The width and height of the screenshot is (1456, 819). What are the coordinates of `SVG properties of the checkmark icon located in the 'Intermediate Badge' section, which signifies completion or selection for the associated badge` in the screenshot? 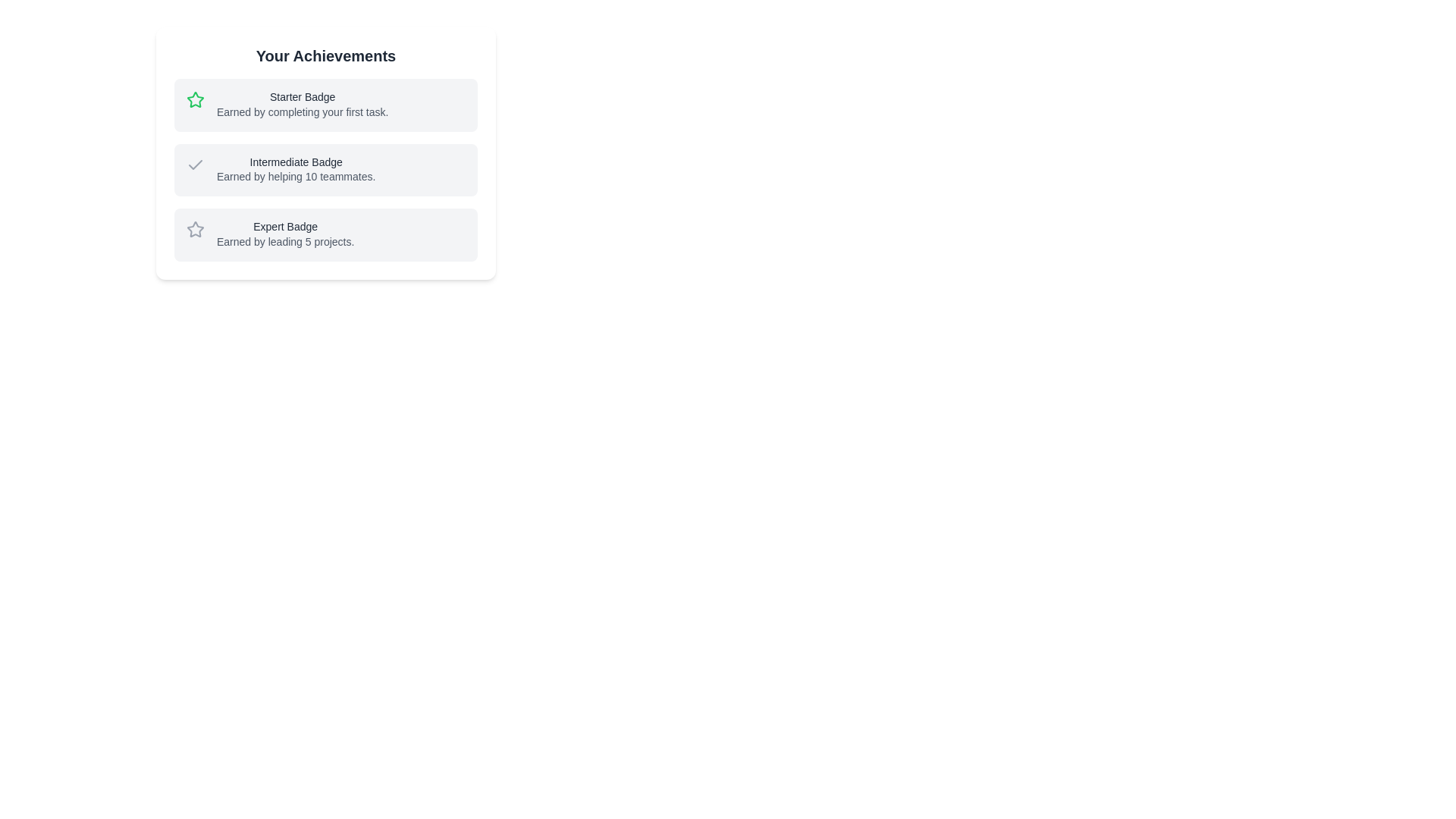 It's located at (195, 164).